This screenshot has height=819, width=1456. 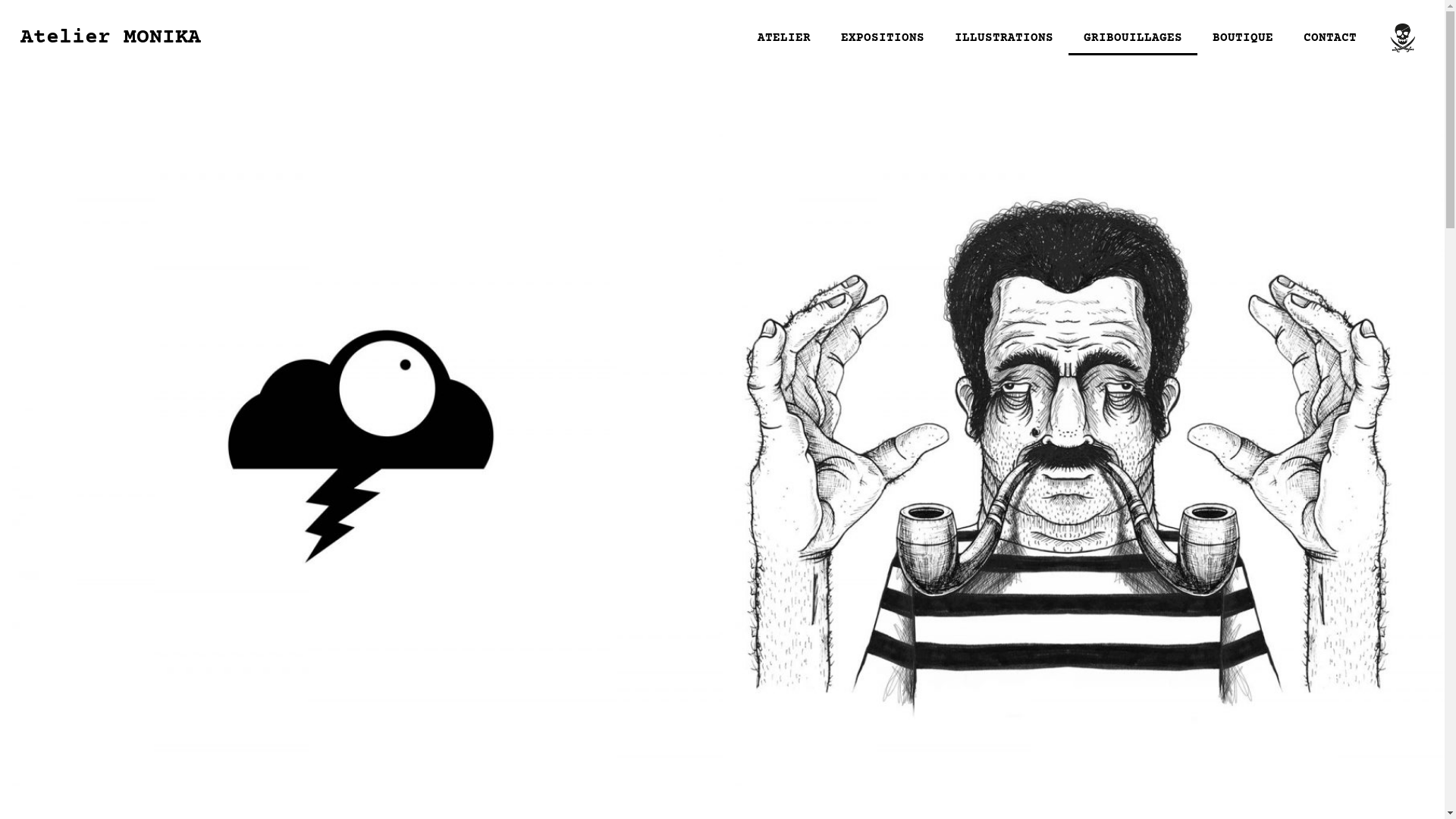 I want to click on 'CONTACT', so click(x=1329, y=37).